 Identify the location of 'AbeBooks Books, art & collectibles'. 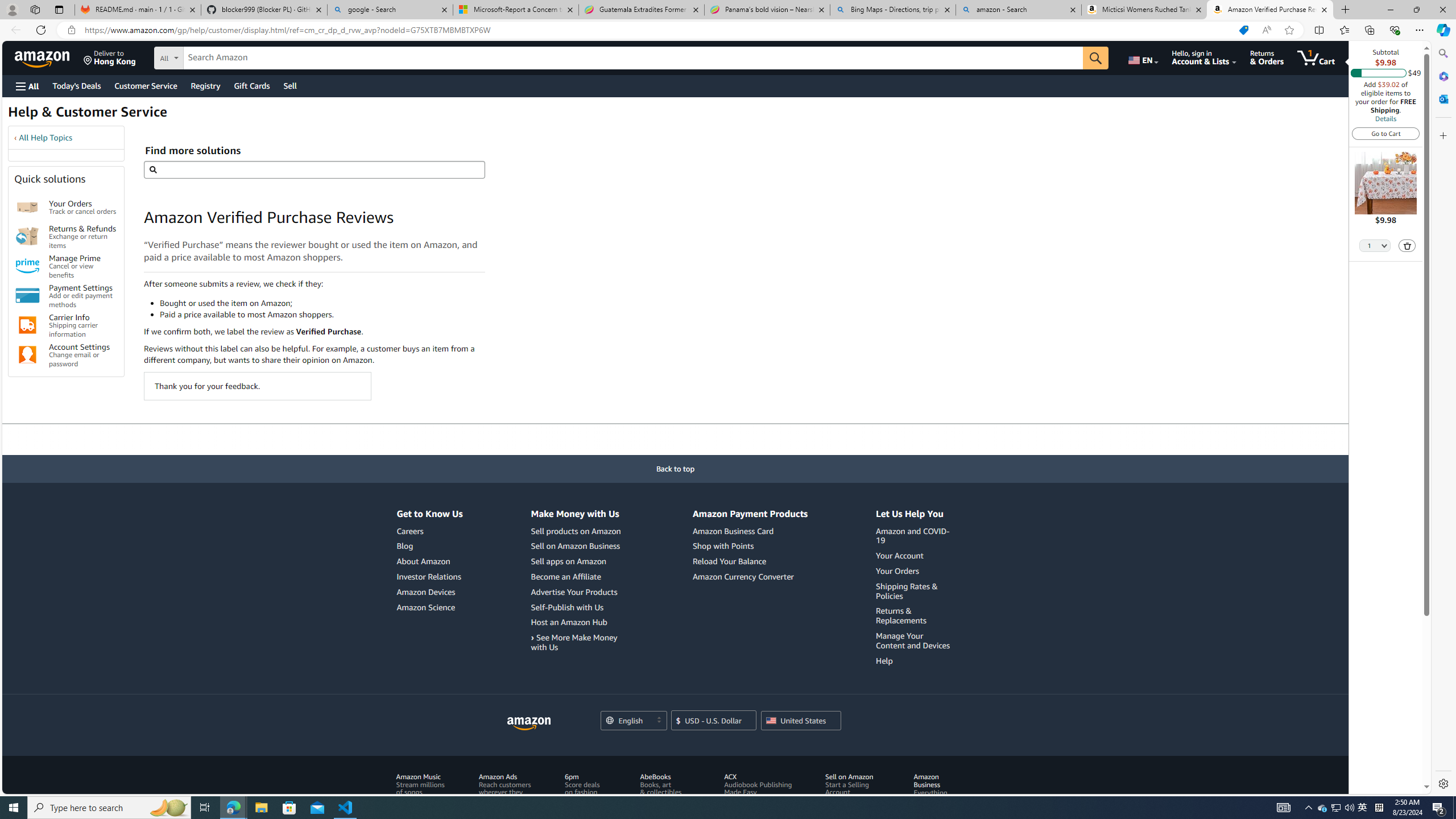
(668, 796).